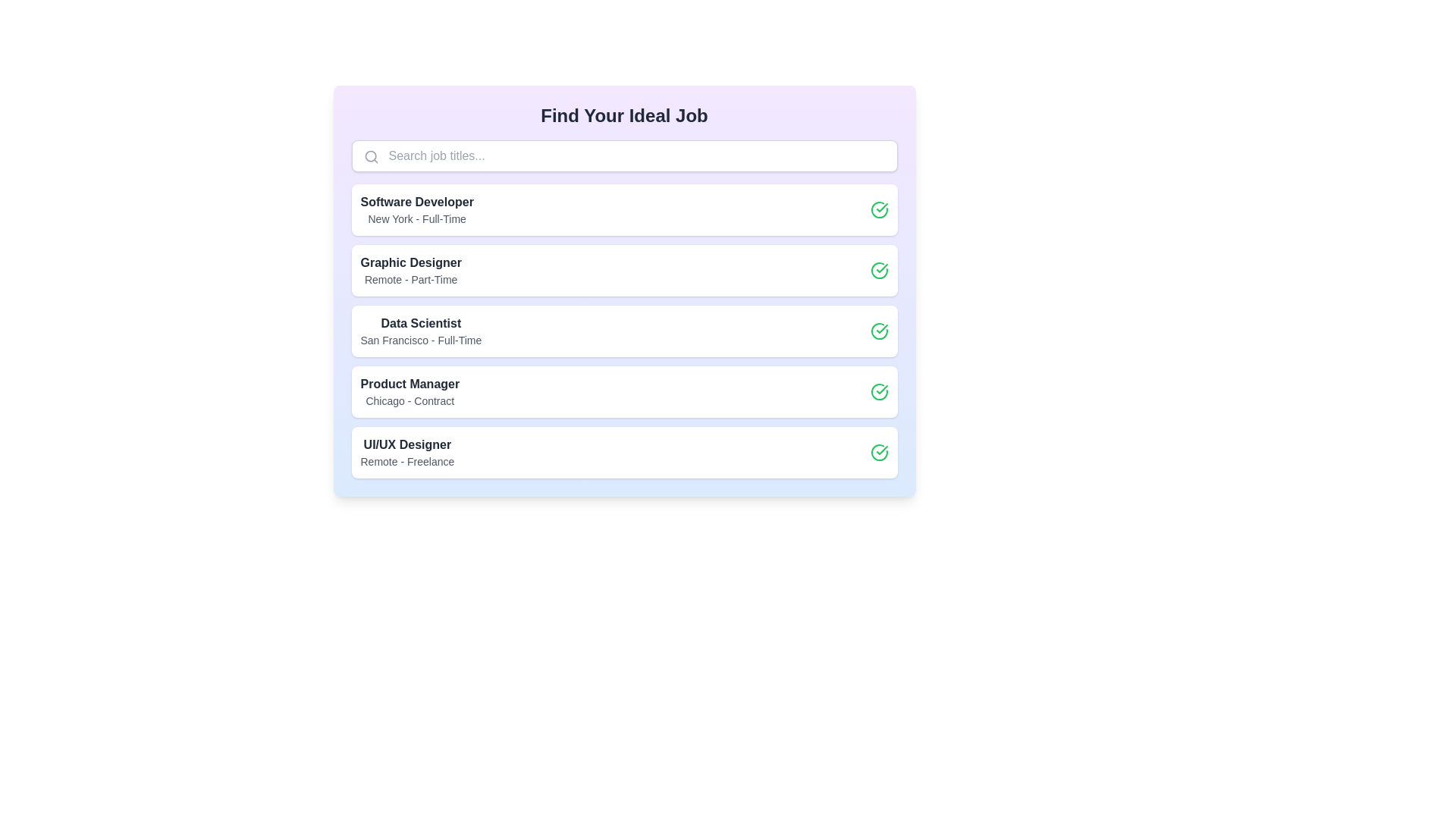 This screenshot has width=1456, height=819. I want to click on the Text label indicating the employment type (contract) for the job role 'Product Manager', located in the fourth entry of the job postings list, near the bottom of the section, so click(409, 400).